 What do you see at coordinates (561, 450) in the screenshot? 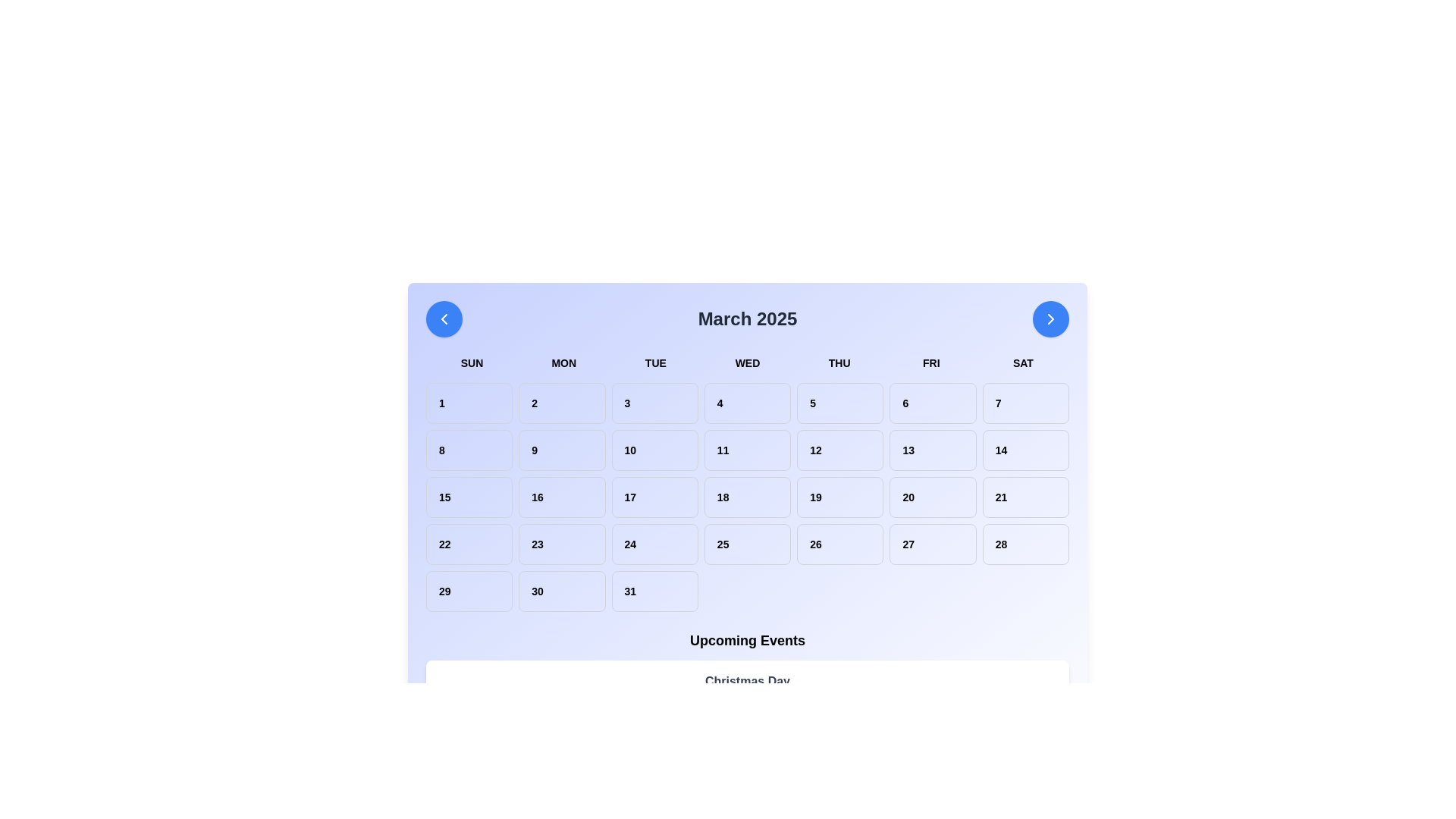
I see `the button displaying the number '9', which is a rounded rectangular button located` at bounding box center [561, 450].